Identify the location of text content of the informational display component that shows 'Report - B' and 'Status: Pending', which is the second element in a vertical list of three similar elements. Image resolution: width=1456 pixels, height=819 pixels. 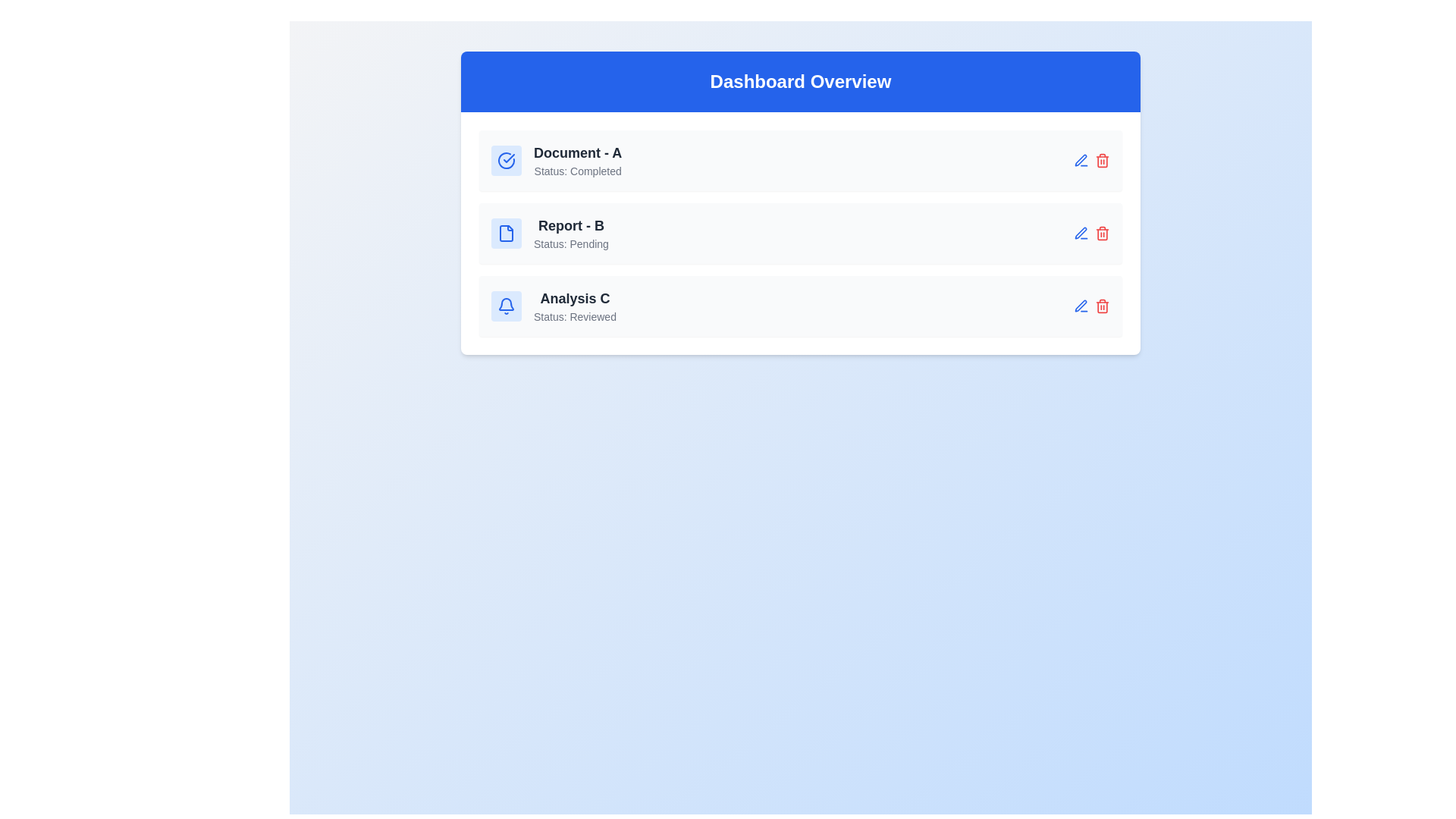
(570, 234).